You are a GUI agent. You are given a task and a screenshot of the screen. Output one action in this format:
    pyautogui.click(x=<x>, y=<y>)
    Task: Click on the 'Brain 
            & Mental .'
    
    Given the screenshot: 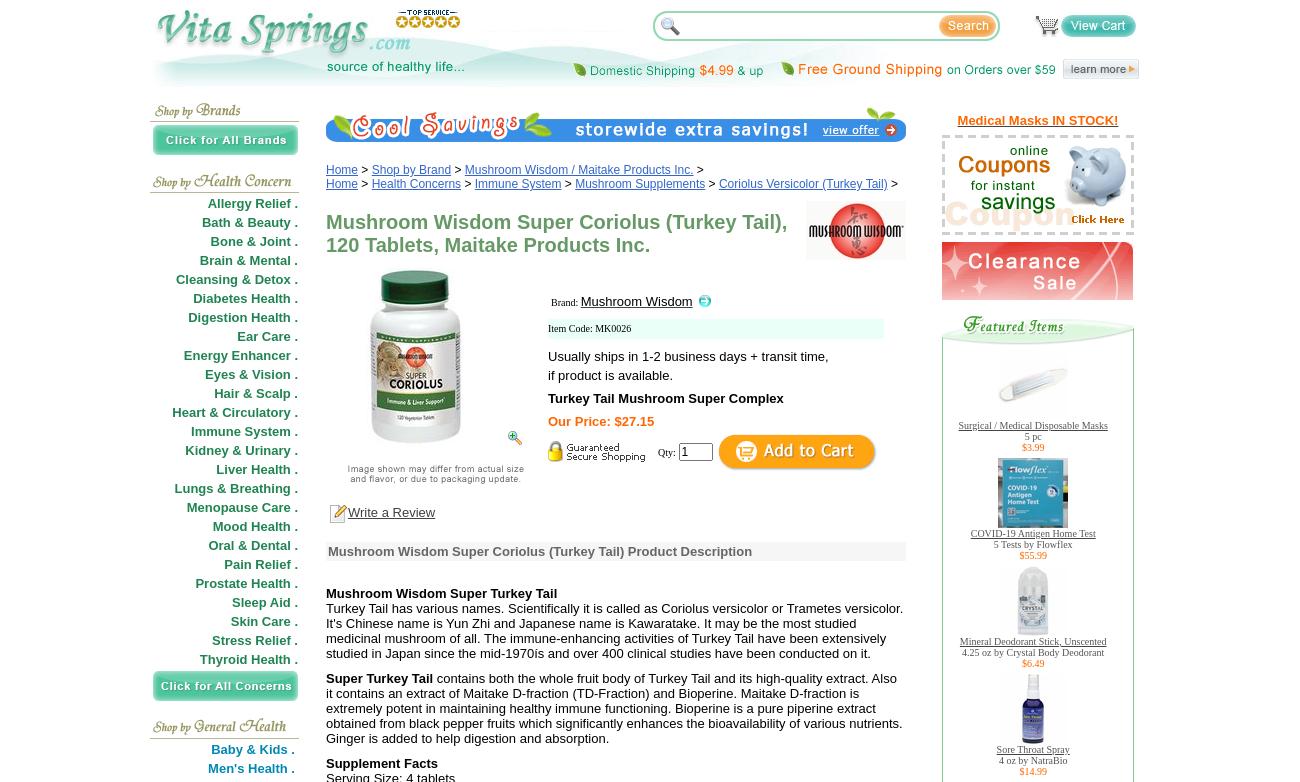 What is the action you would take?
    pyautogui.click(x=247, y=259)
    